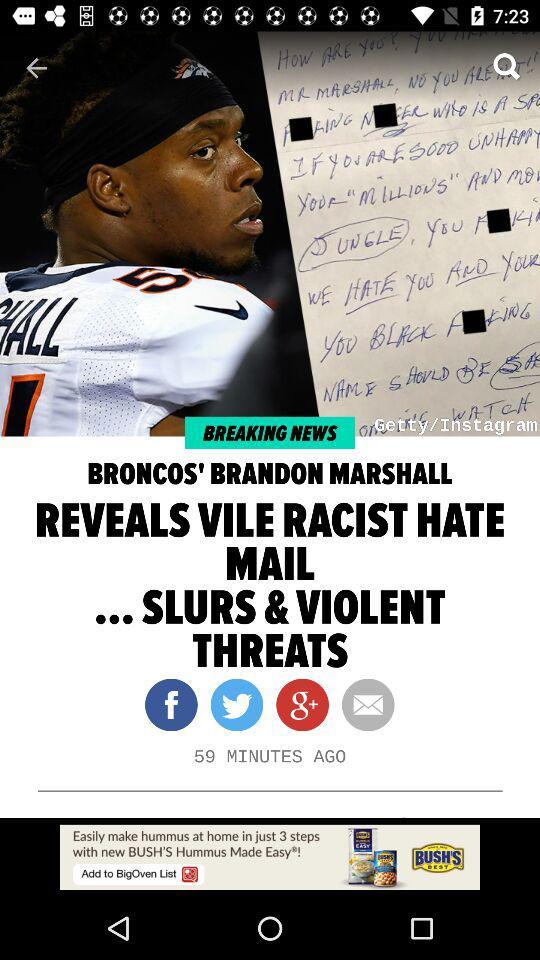  Describe the element at coordinates (171, 705) in the screenshot. I see `the facebook icon` at that location.